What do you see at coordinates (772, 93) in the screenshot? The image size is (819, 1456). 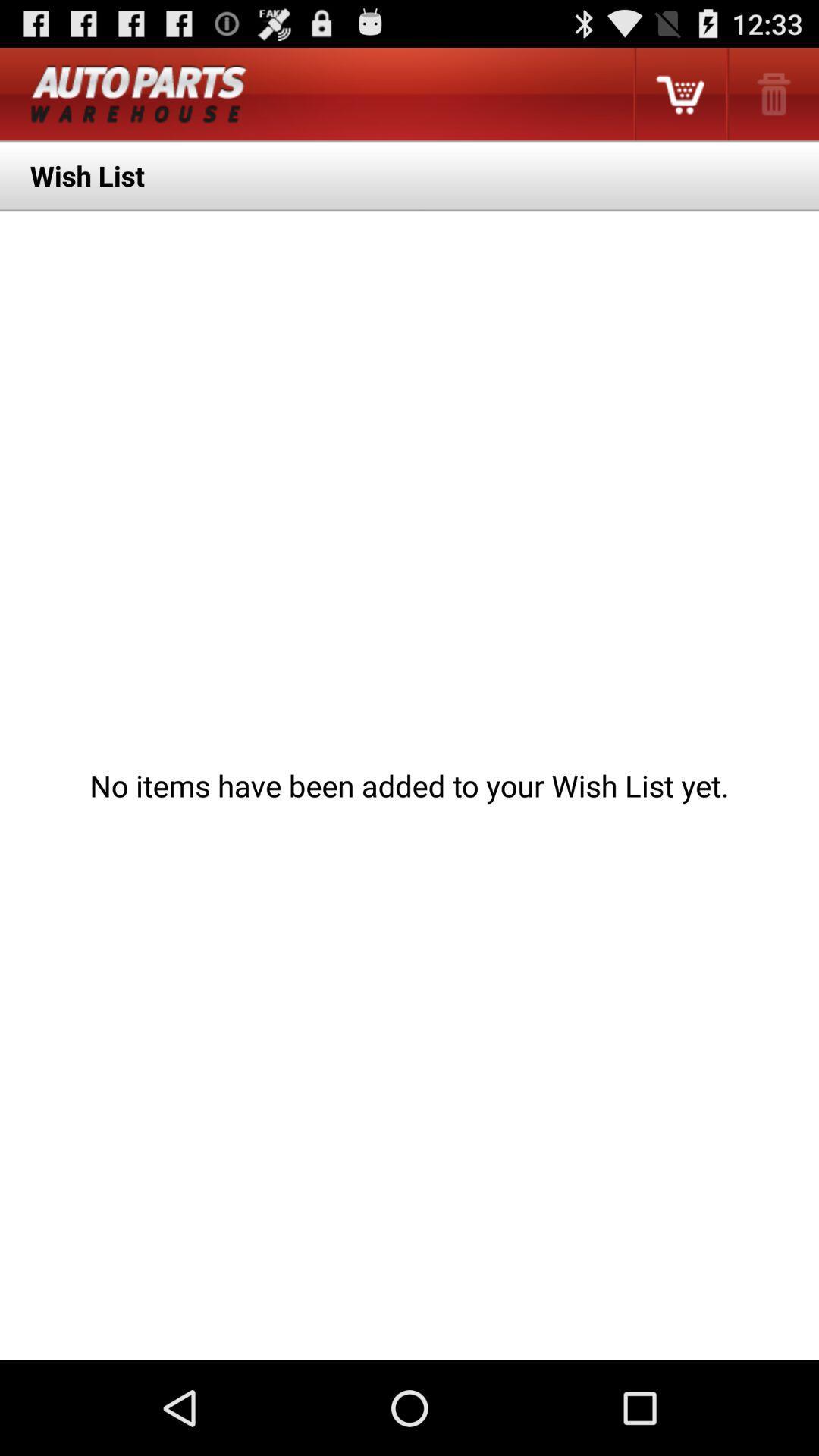 I see `trash` at bounding box center [772, 93].